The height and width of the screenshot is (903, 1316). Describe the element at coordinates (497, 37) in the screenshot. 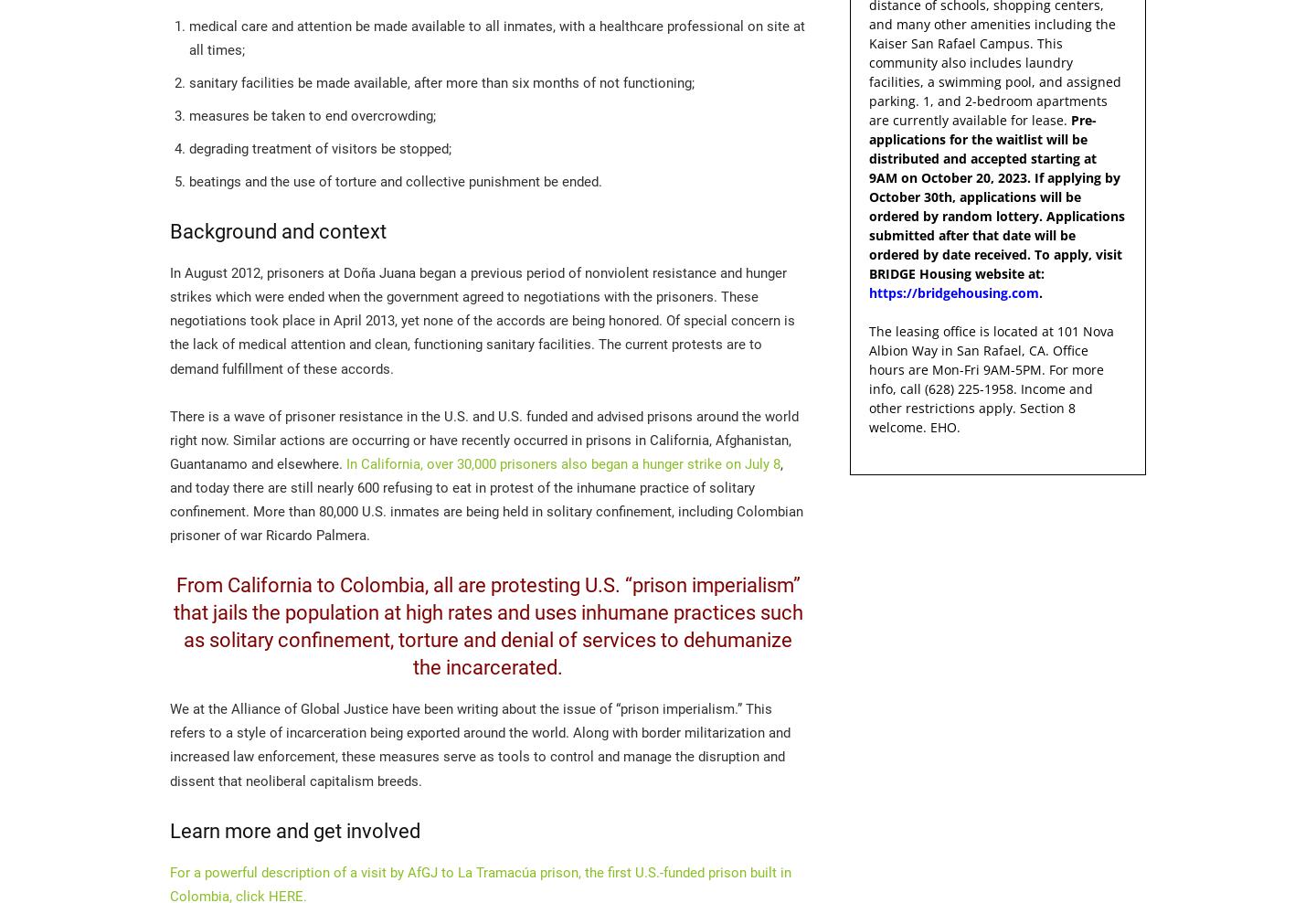

I see `'medical care and attention be made available to all inmates, with a healthcare professional on site at all times;'` at that location.